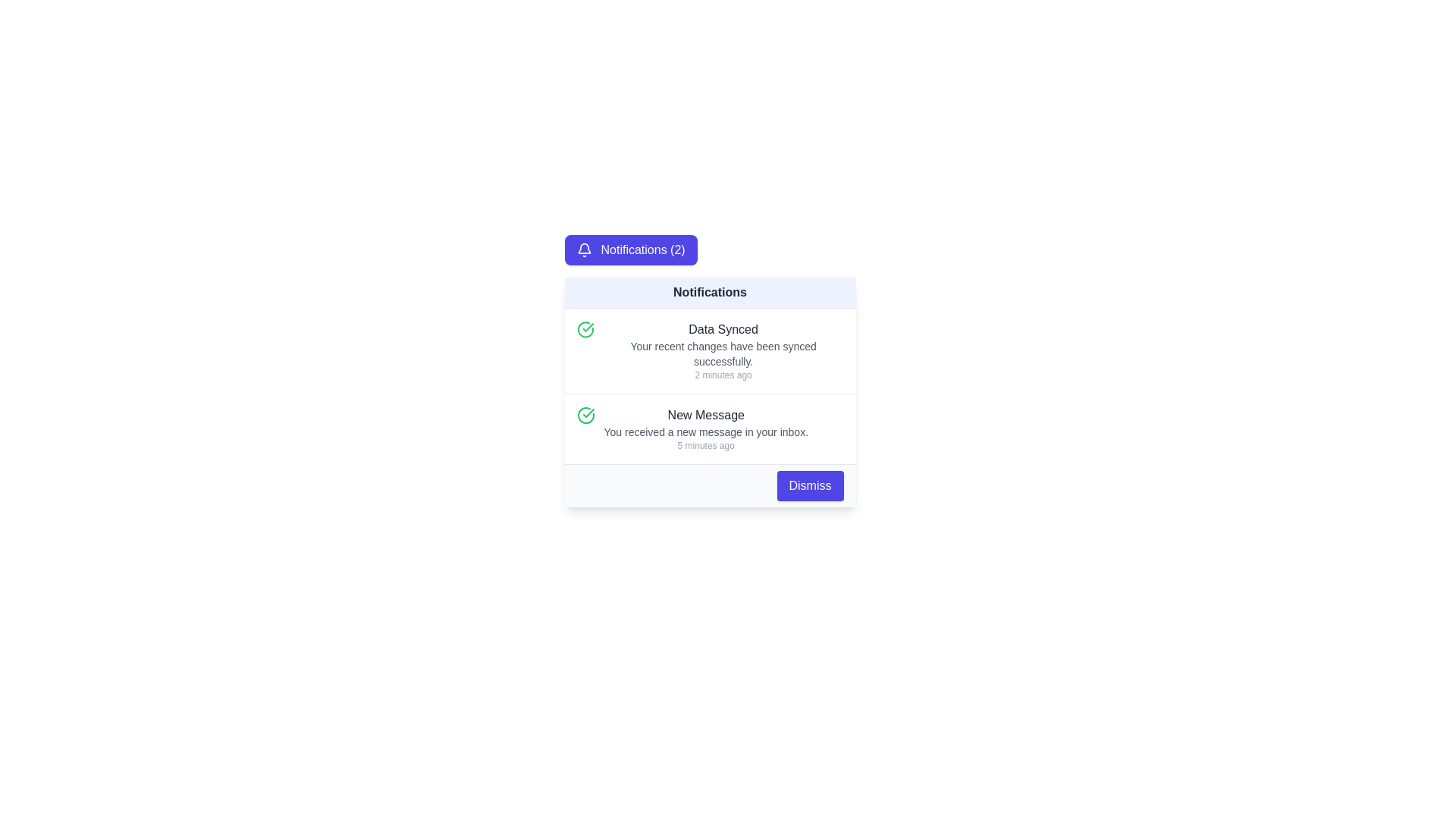 This screenshot has height=819, width=1456. I want to click on the notification icon located to the left of the text 'Notifications (2)' in the top bar of the dialog, so click(583, 249).